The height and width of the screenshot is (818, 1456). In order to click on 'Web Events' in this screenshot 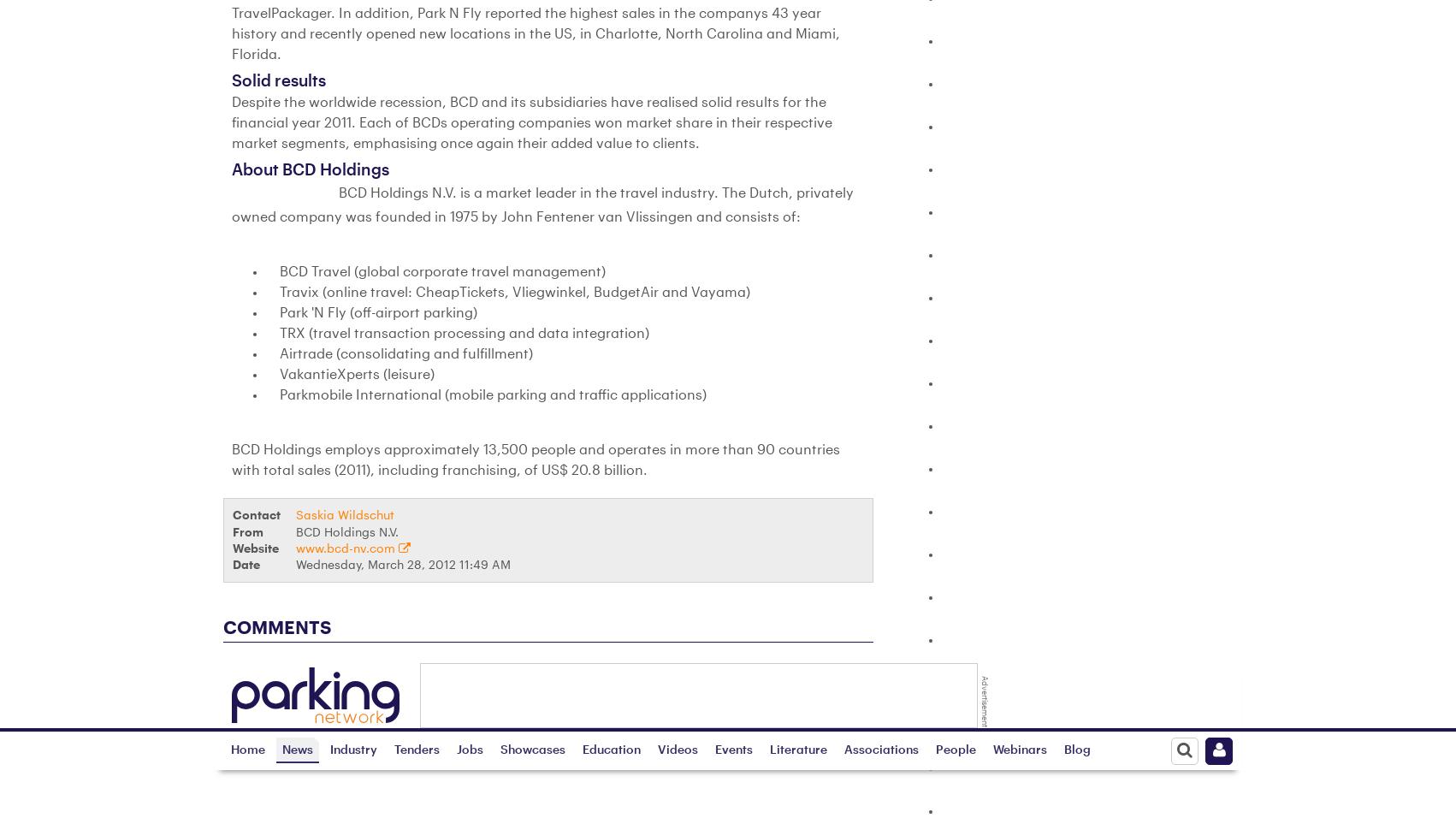, I will do `click(625, 793)`.